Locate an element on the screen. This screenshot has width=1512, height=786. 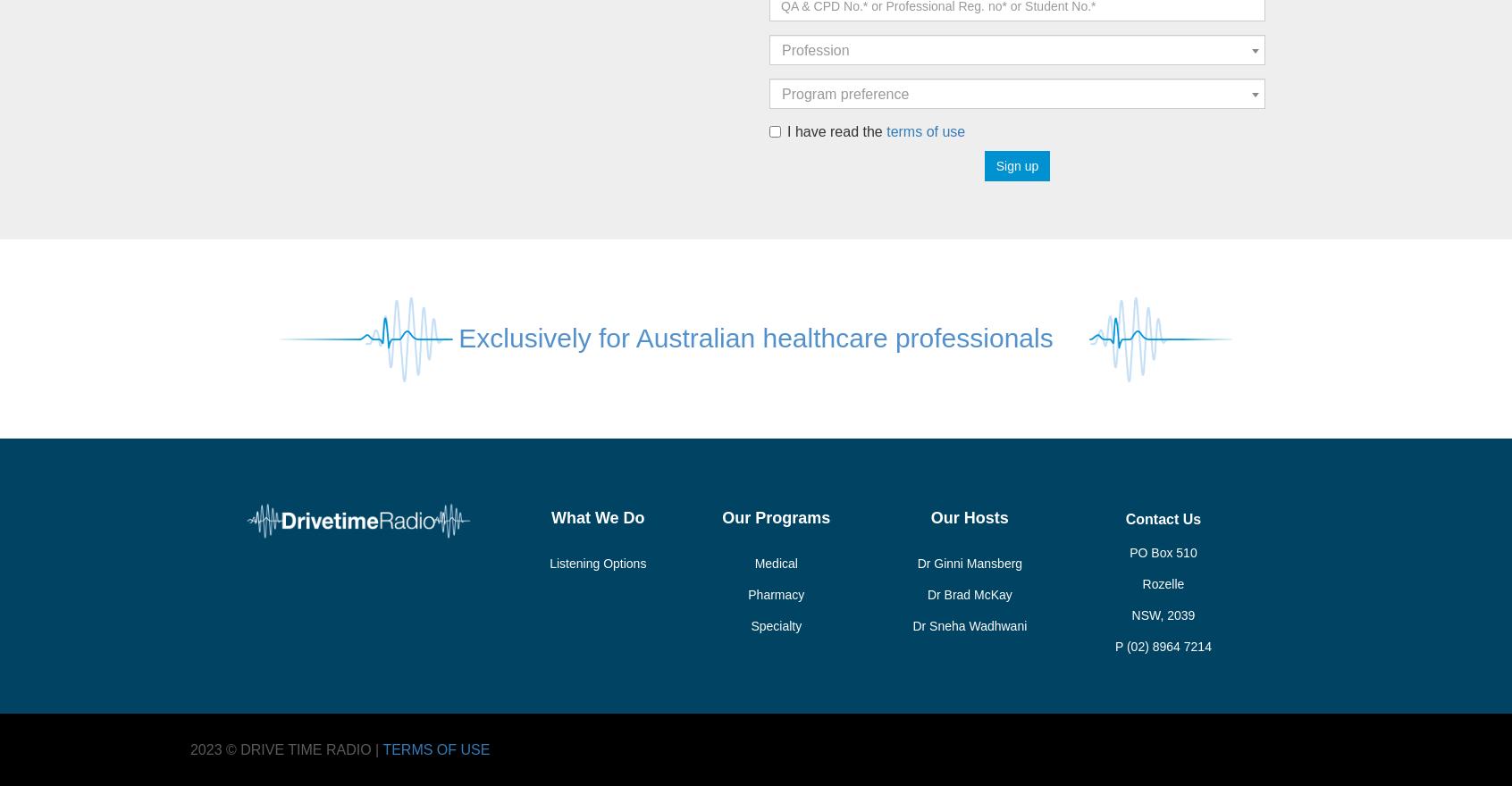
'Pharmacy' is located at coordinates (775, 593).